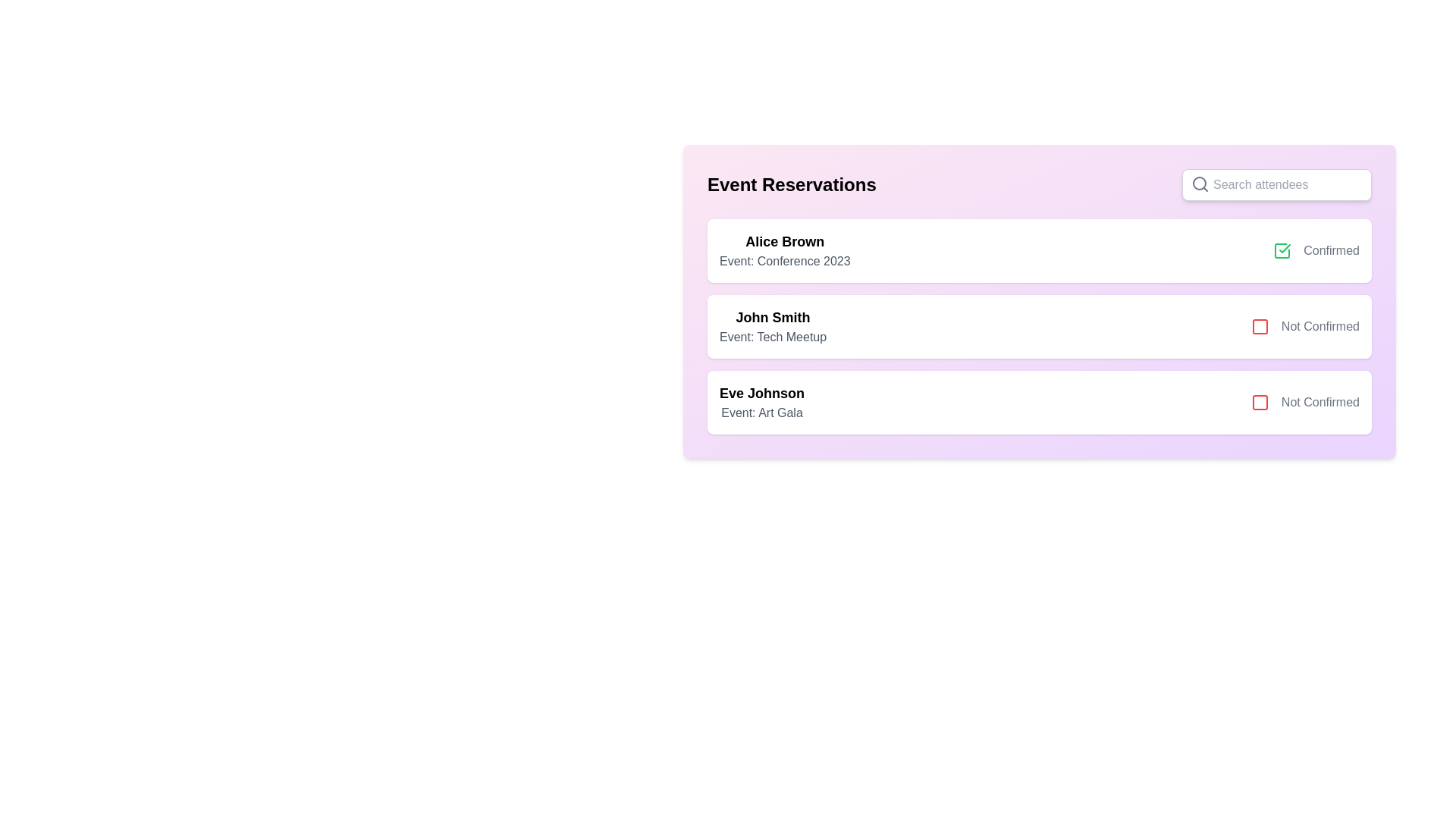 Image resolution: width=1456 pixels, height=819 pixels. What do you see at coordinates (1260, 402) in the screenshot?
I see `the SVG rectangle with rounded corners that visually indicates the status for the 'Eve Johnson' reservation entry, located within the status indicator icon` at bounding box center [1260, 402].